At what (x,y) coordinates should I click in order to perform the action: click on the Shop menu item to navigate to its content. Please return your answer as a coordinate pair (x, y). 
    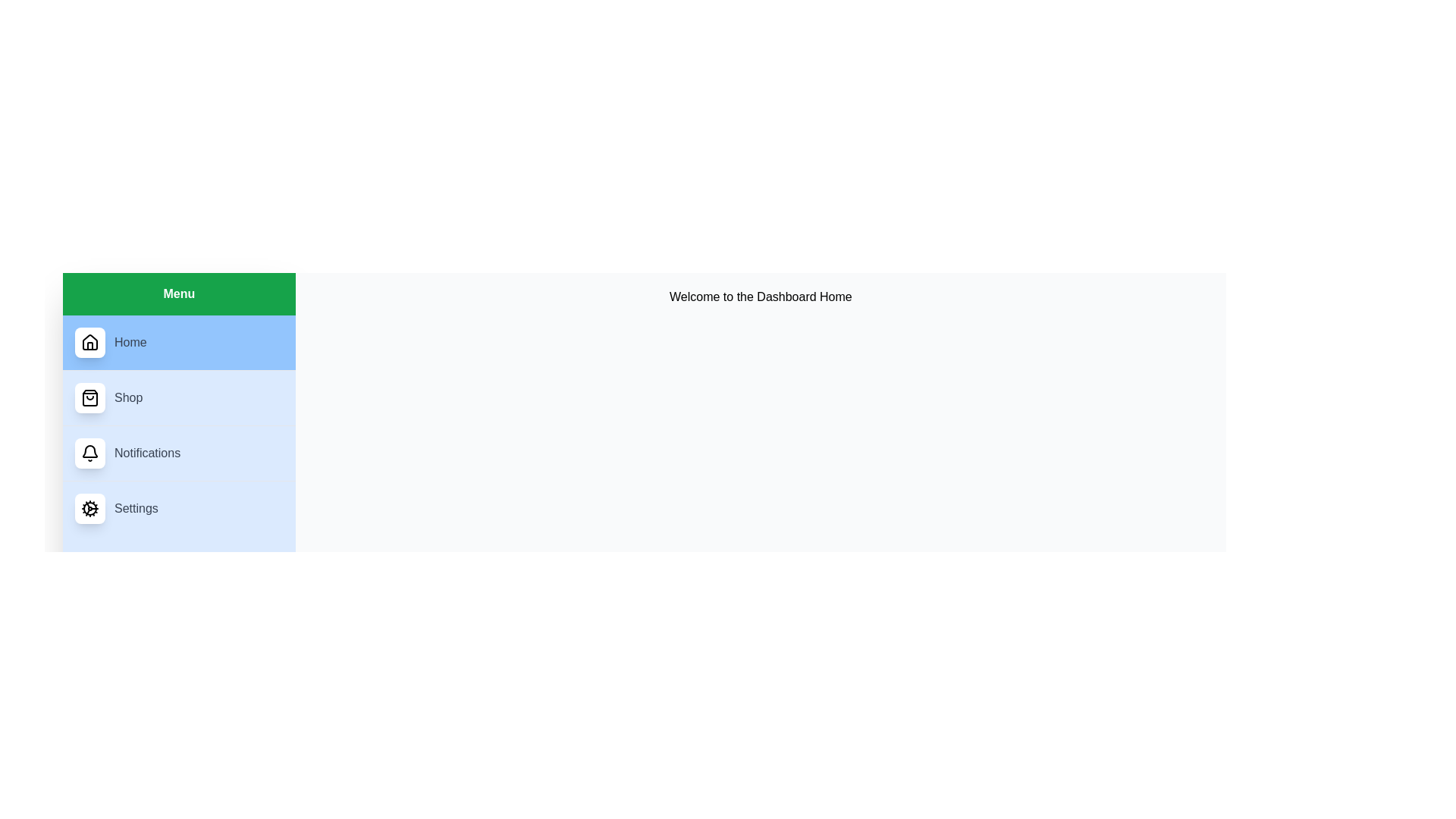
    Looking at the image, I should click on (178, 397).